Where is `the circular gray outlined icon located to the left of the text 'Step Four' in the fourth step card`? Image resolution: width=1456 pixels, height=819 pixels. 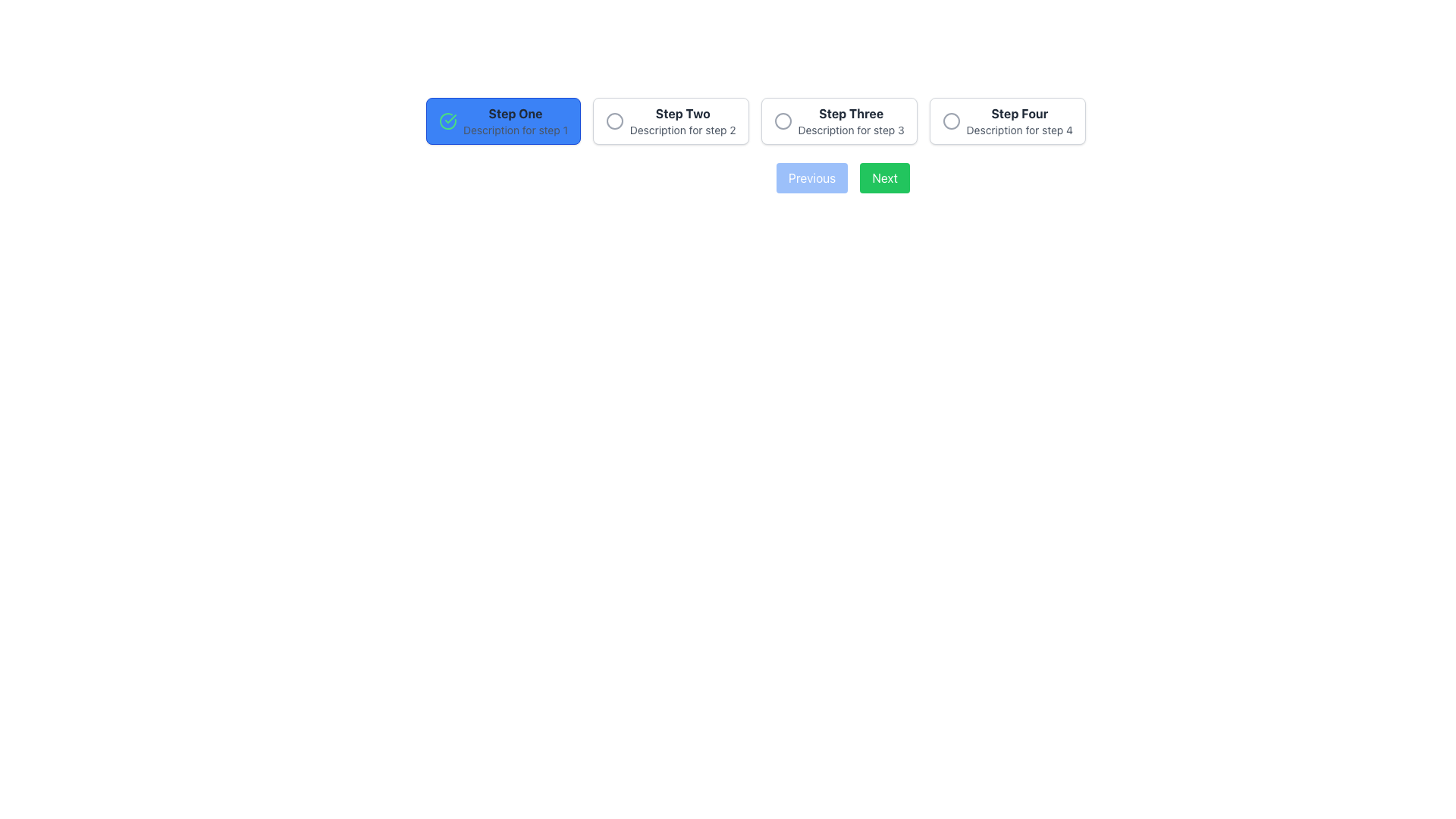
the circular gray outlined icon located to the left of the text 'Step Four' in the fourth step card is located at coordinates (950, 120).